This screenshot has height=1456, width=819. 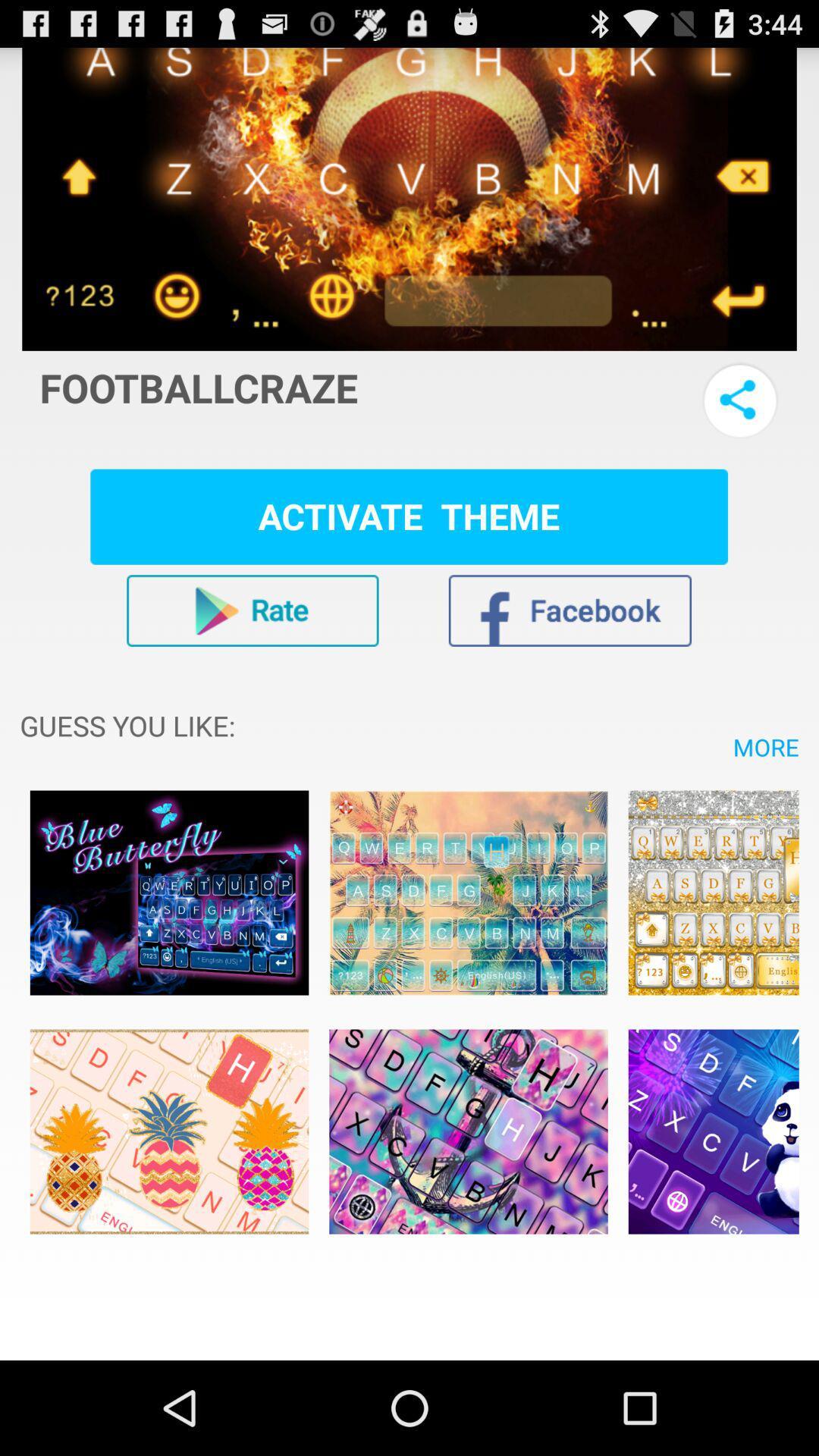 I want to click on open app advertisement, so click(x=169, y=1131).